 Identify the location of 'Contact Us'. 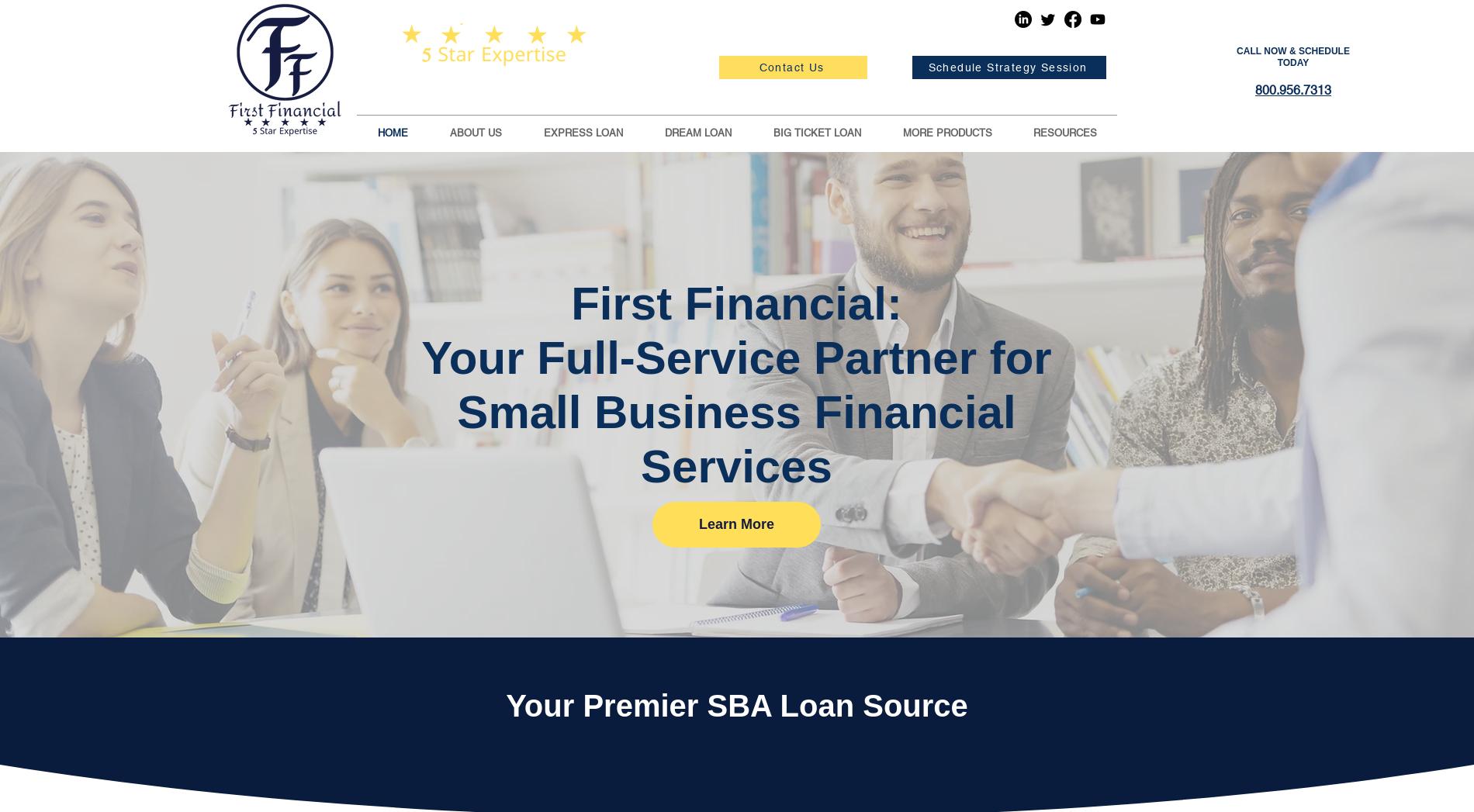
(791, 67).